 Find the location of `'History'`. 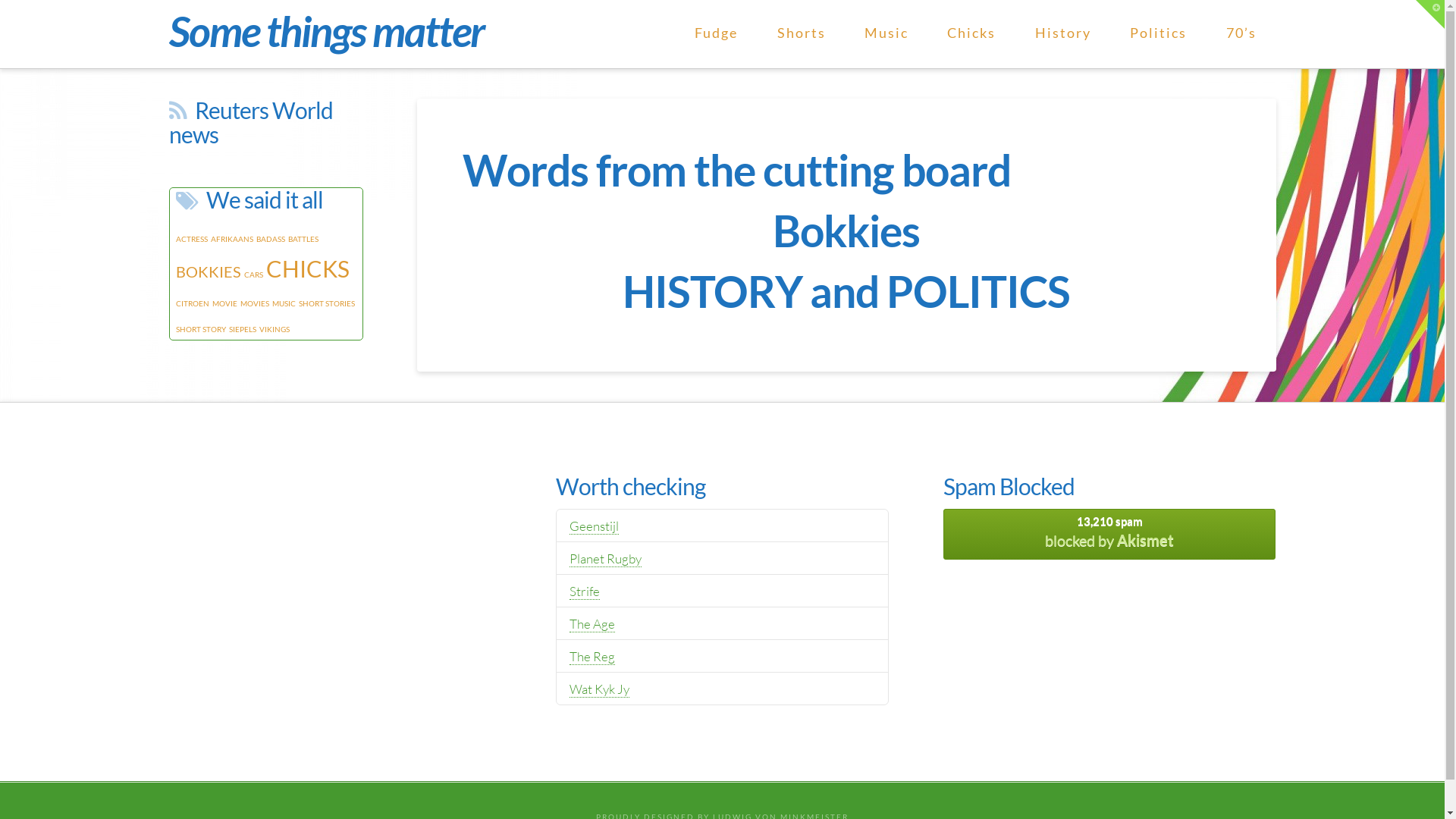

'History' is located at coordinates (1062, 34).